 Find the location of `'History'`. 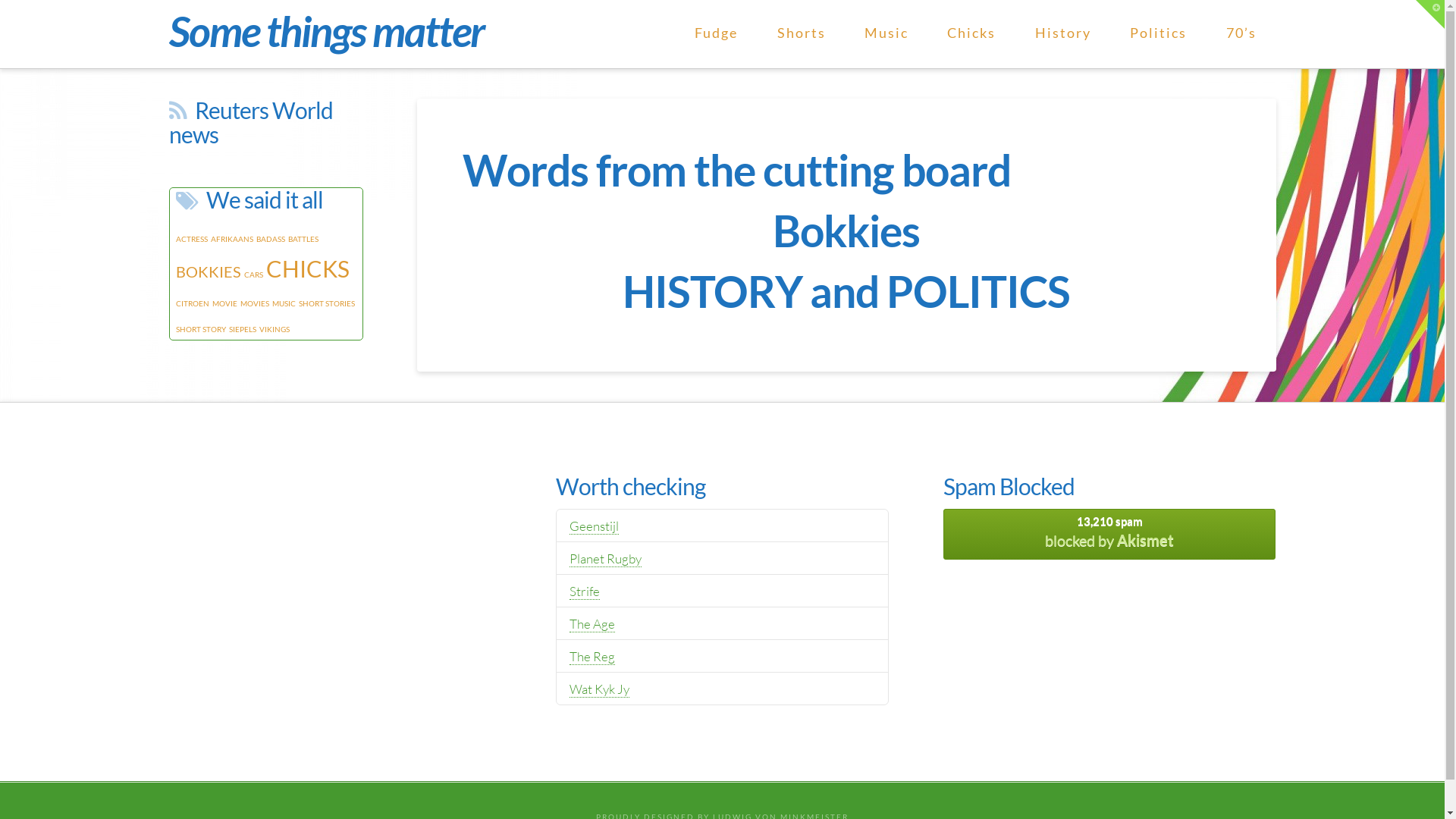

'History' is located at coordinates (1062, 34).